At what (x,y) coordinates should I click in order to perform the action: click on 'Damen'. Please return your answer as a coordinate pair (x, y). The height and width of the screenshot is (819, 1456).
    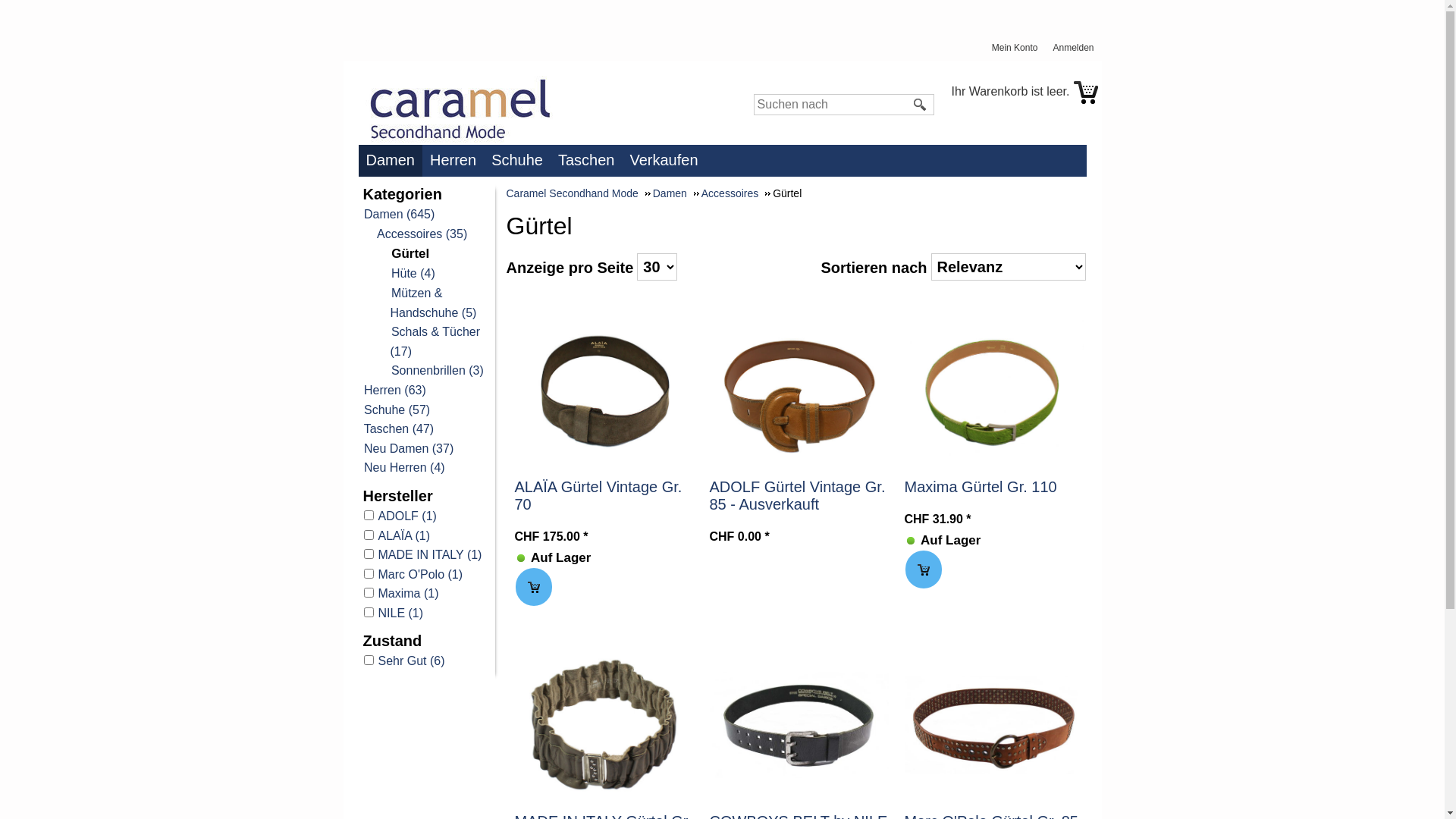
    Looking at the image, I should click on (393, 160).